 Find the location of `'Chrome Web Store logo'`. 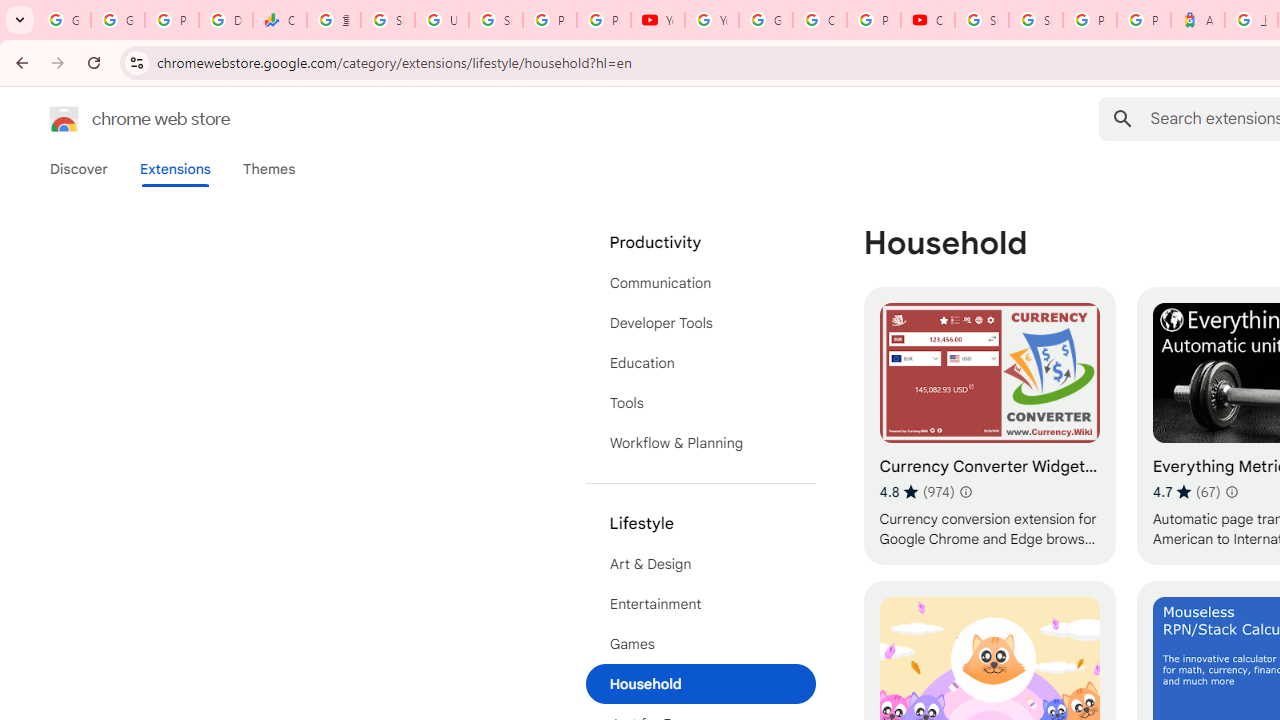

'Chrome Web Store logo' is located at coordinates (64, 119).